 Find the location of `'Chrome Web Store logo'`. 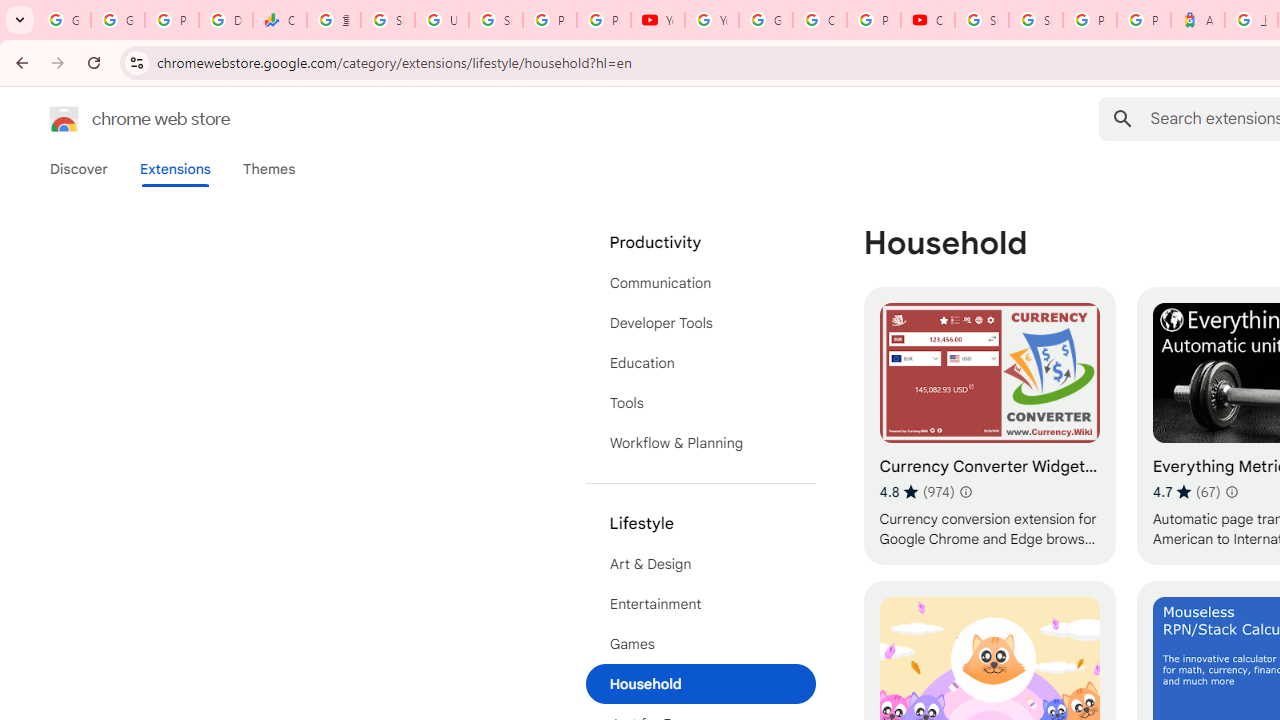

'Chrome Web Store logo' is located at coordinates (64, 119).